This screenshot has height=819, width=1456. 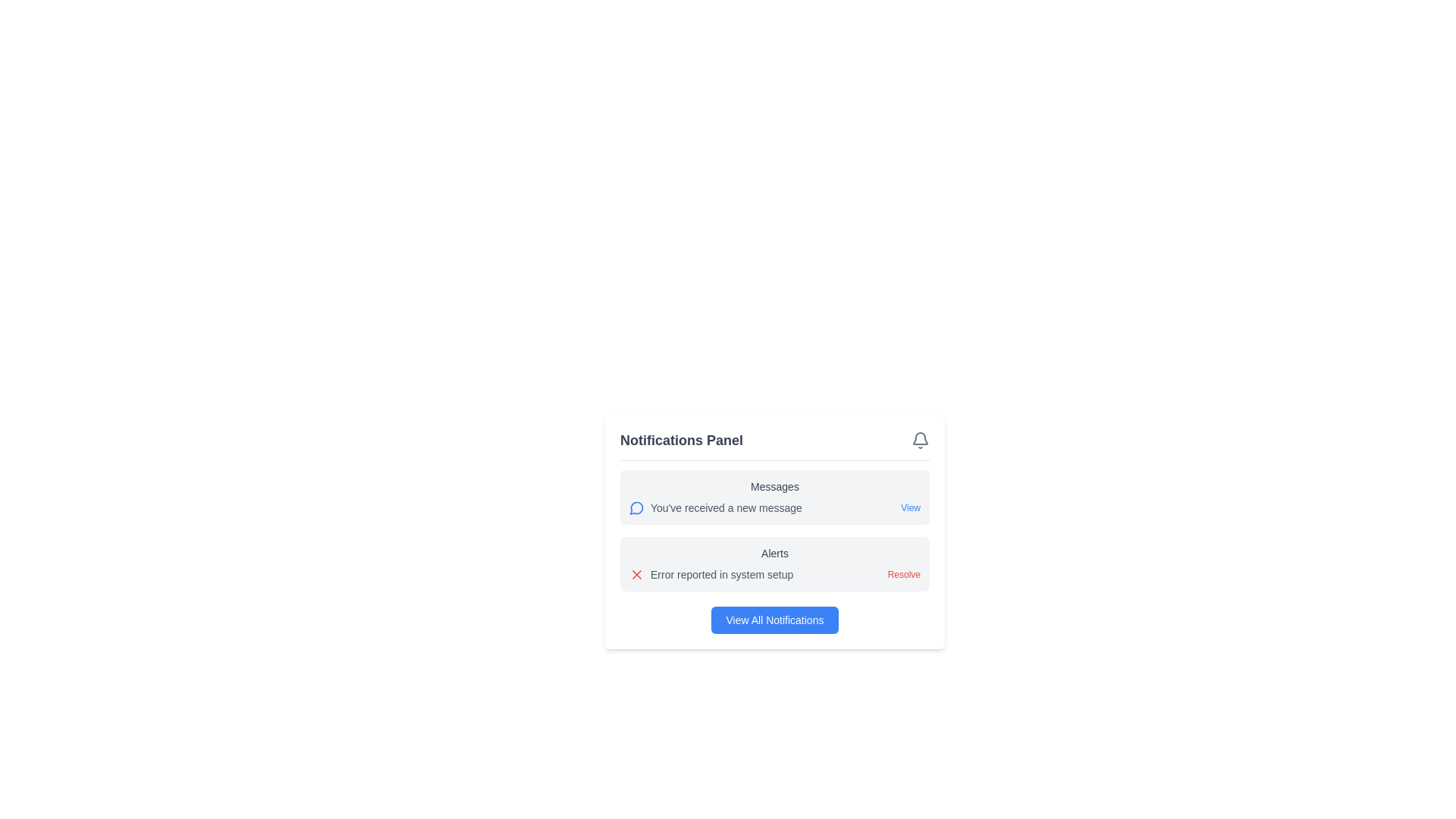 I want to click on the red 'X' icon located to the left of the text 'Error reported in system setup' in the alert section of the Notifications Panel, so click(x=637, y=575).